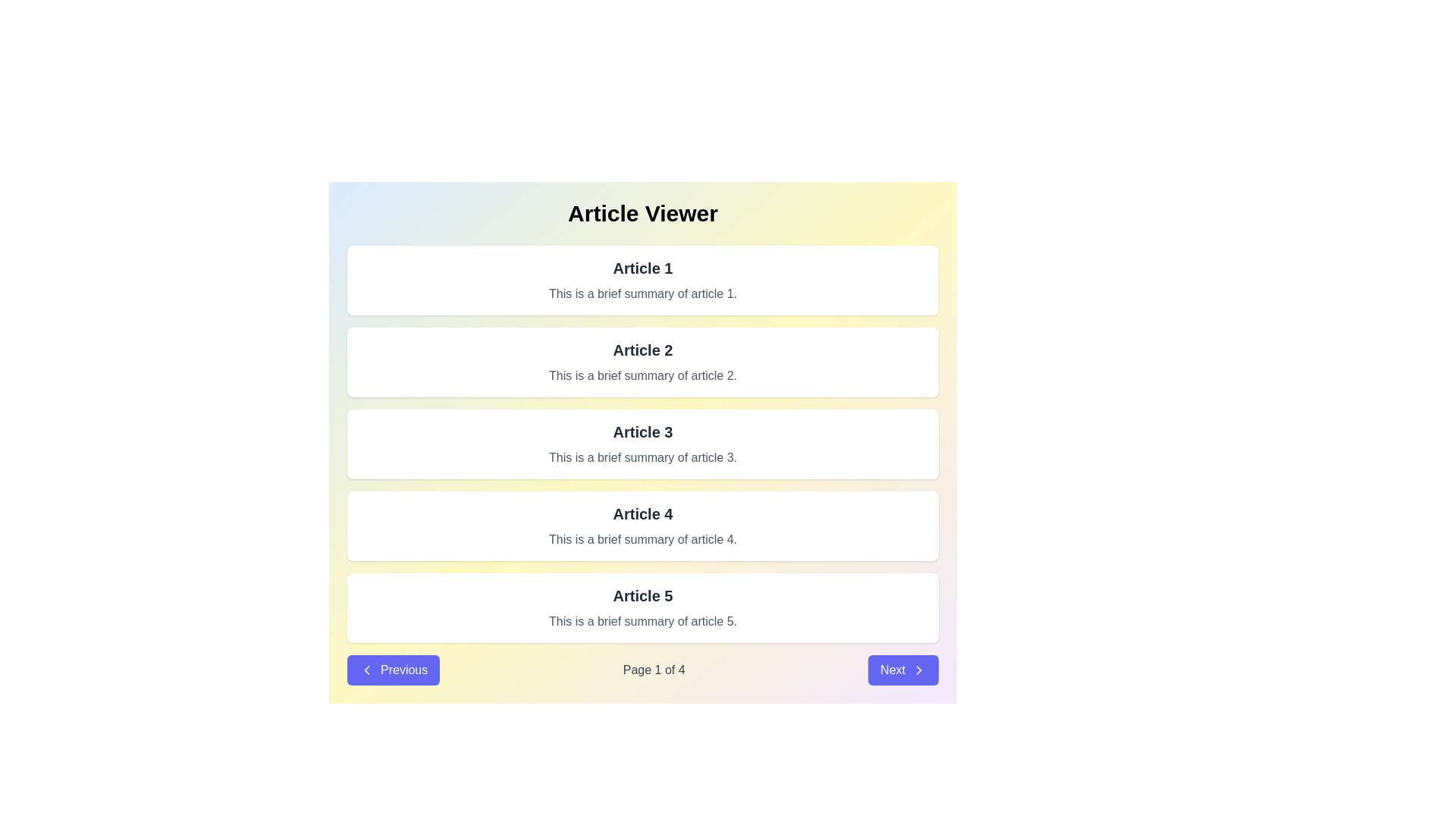 The height and width of the screenshot is (819, 1456). Describe the element at coordinates (404, 669) in the screenshot. I see `the 'Previous' button which displays the word 'Previous' in bold white font on a purple button background, located at the bottom left of the interface` at that location.